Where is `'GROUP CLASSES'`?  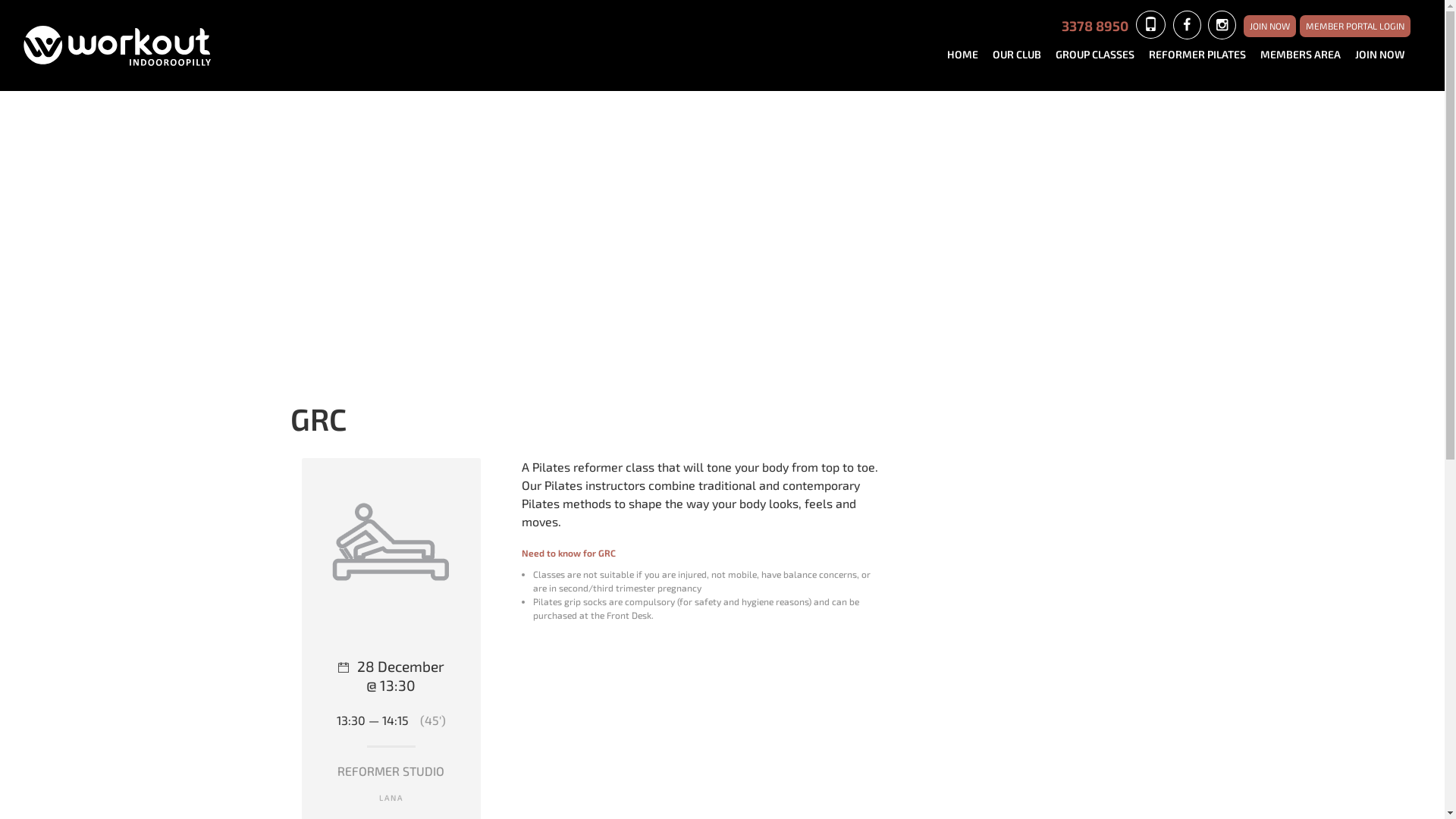
'GROUP CLASSES' is located at coordinates (1100, 54).